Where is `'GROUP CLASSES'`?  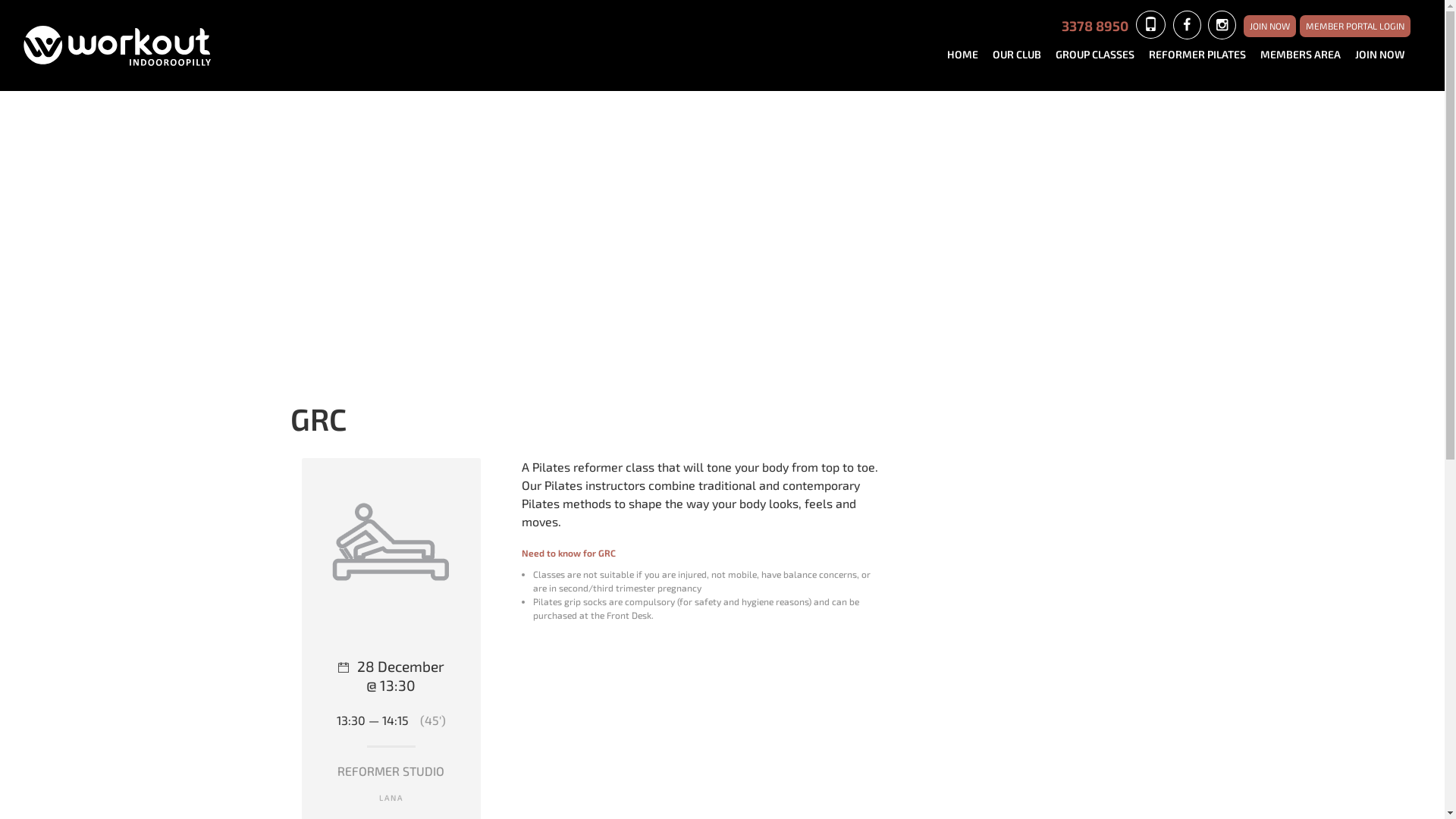
'GROUP CLASSES' is located at coordinates (1100, 54).